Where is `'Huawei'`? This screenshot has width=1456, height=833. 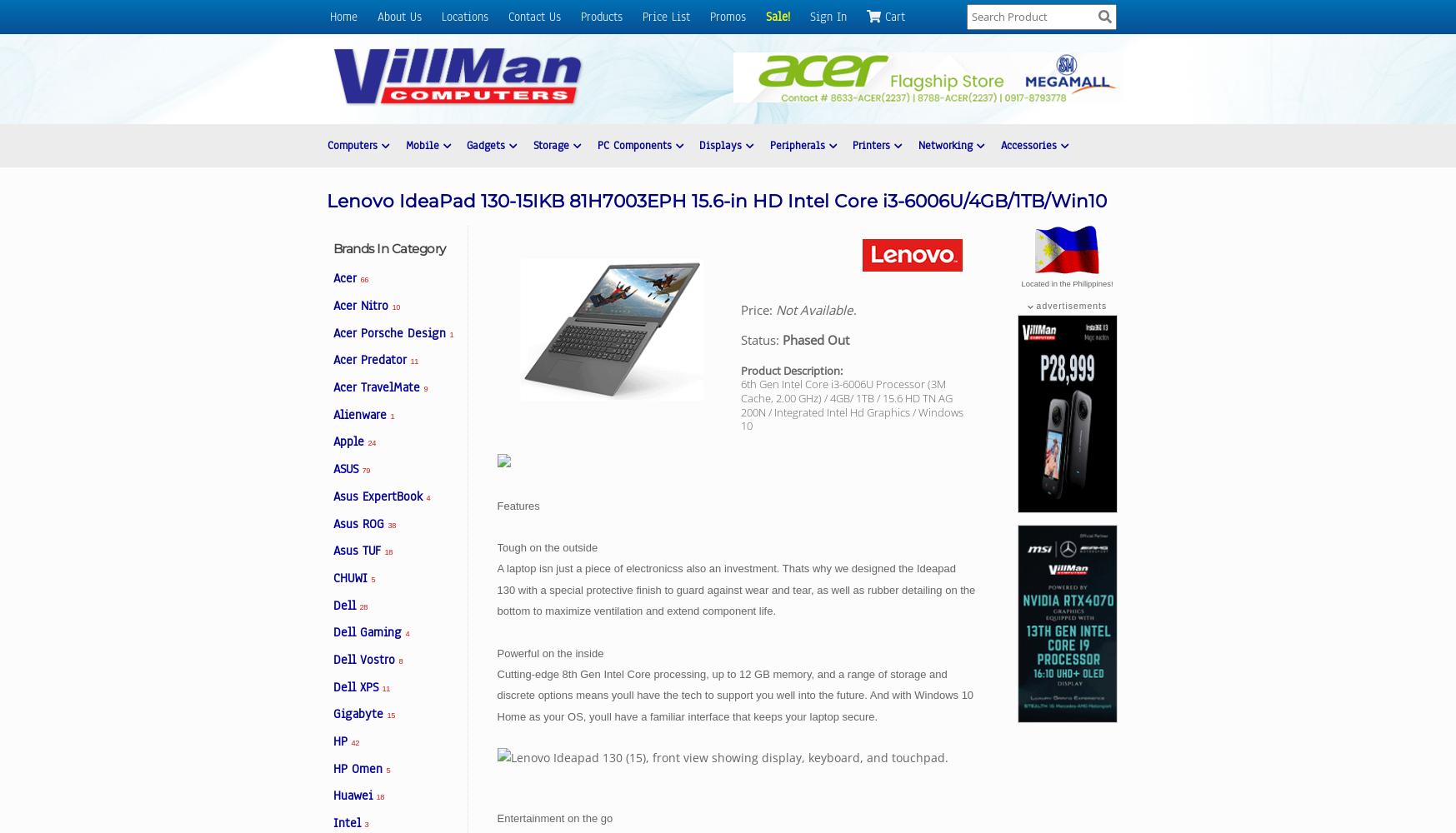
'Huawei' is located at coordinates (354, 795).